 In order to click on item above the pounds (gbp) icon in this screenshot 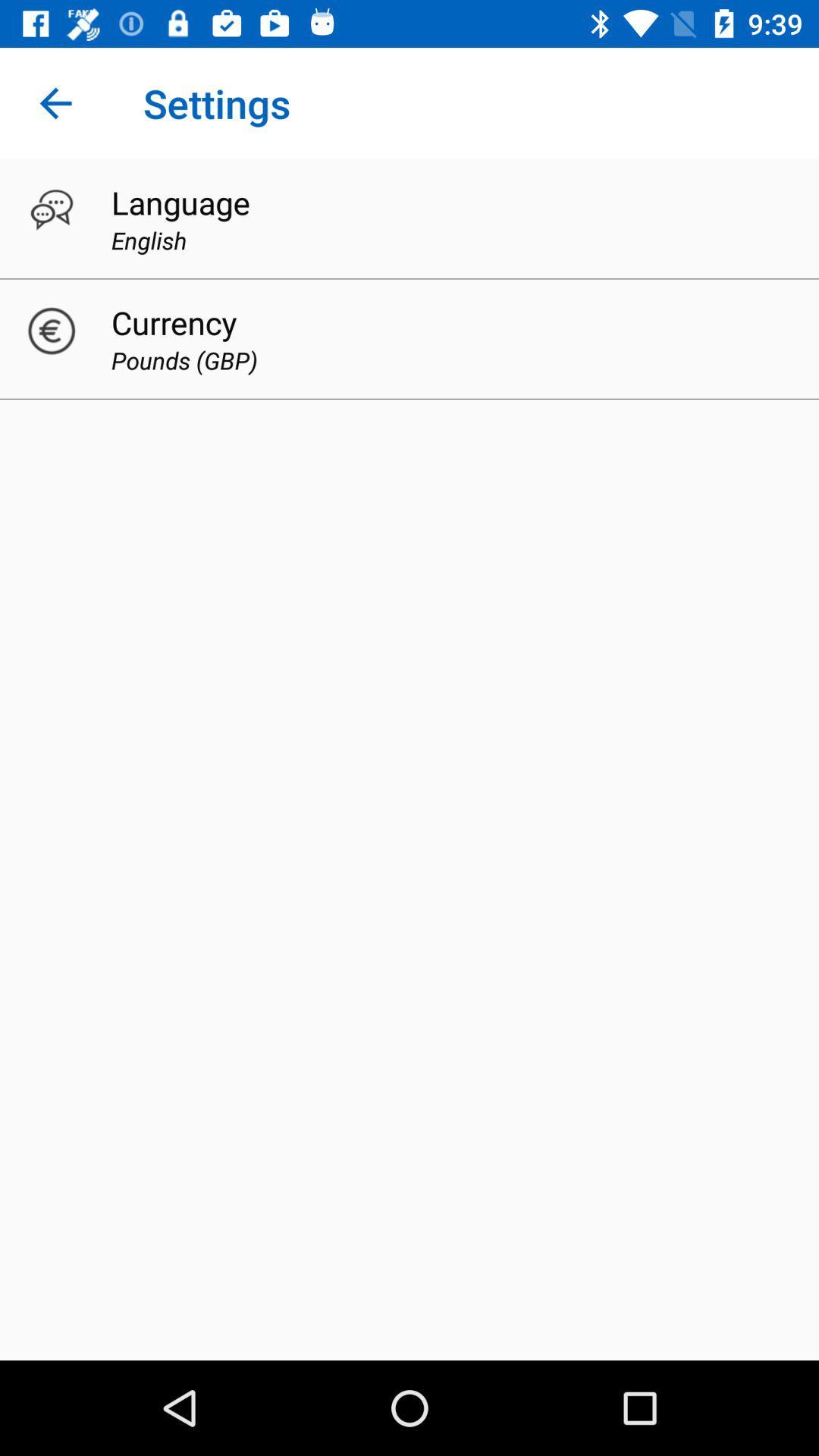, I will do `click(173, 322)`.